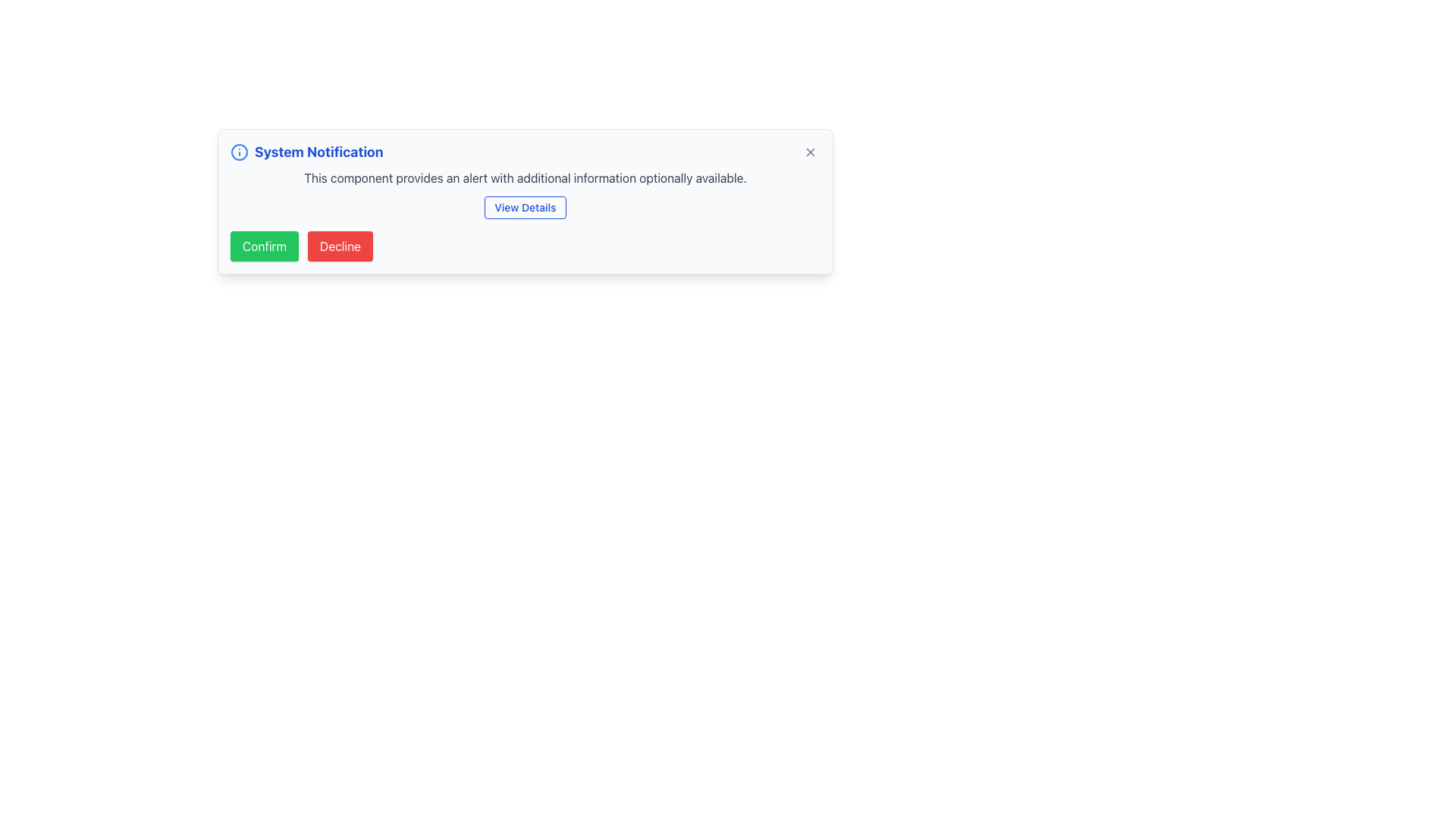  I want to click on the small gray 'X' close button located at the top right corner of the notification panel, so click(810, 152).